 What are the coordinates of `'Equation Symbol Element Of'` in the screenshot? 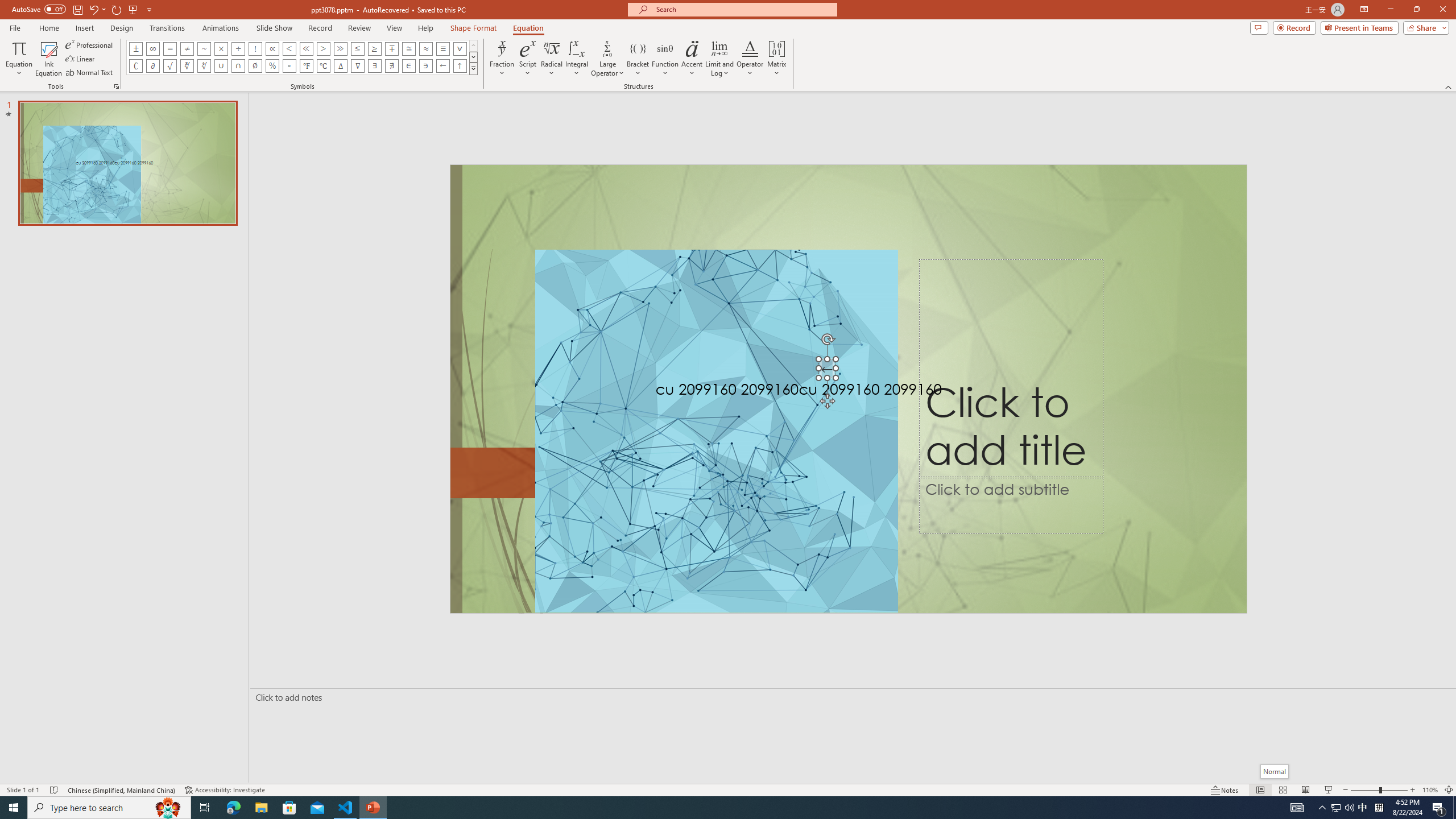 It's located at (408, 65).